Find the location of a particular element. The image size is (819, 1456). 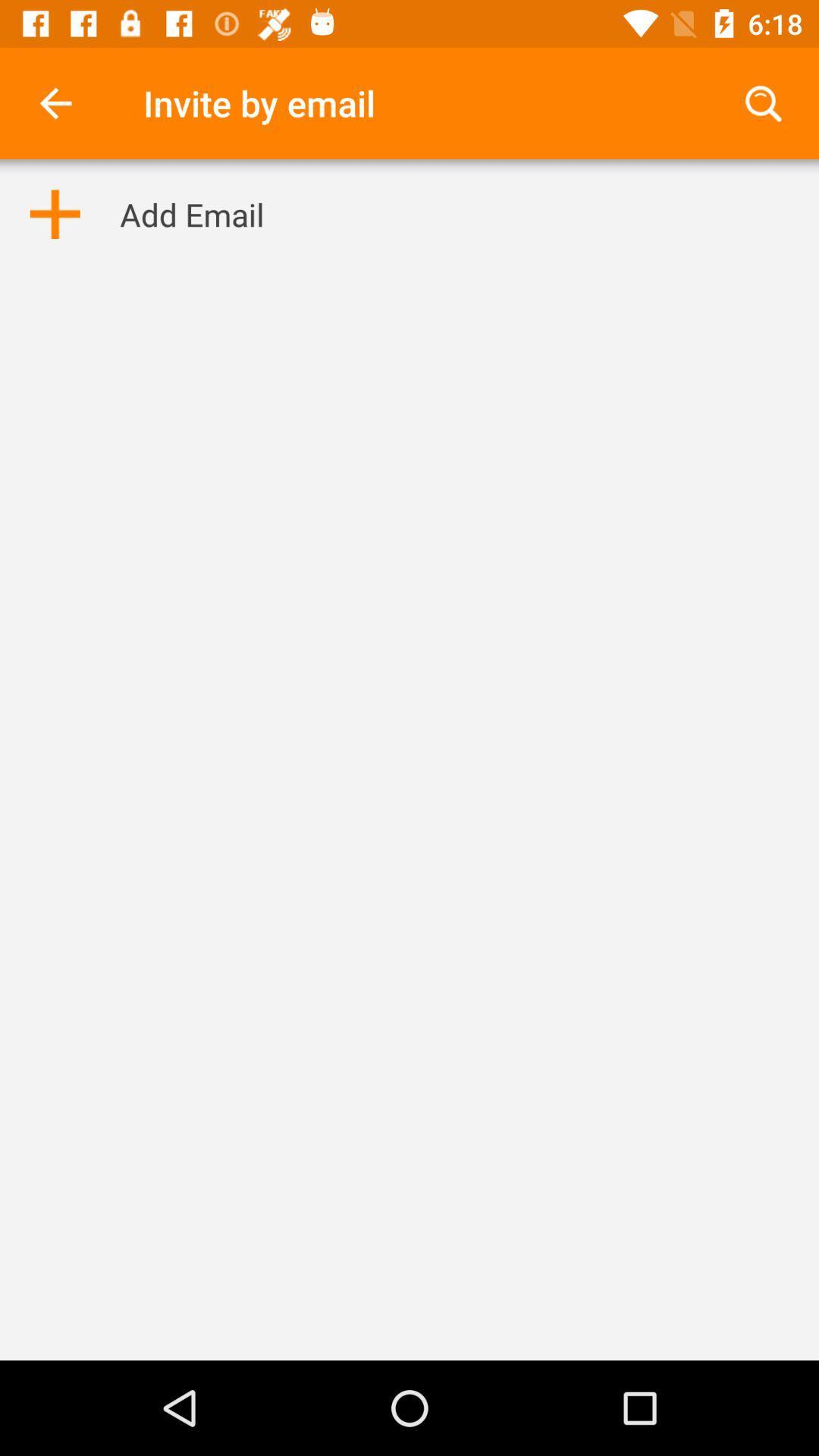

the icon next to invite by email item is located at coordinates (763, 102).